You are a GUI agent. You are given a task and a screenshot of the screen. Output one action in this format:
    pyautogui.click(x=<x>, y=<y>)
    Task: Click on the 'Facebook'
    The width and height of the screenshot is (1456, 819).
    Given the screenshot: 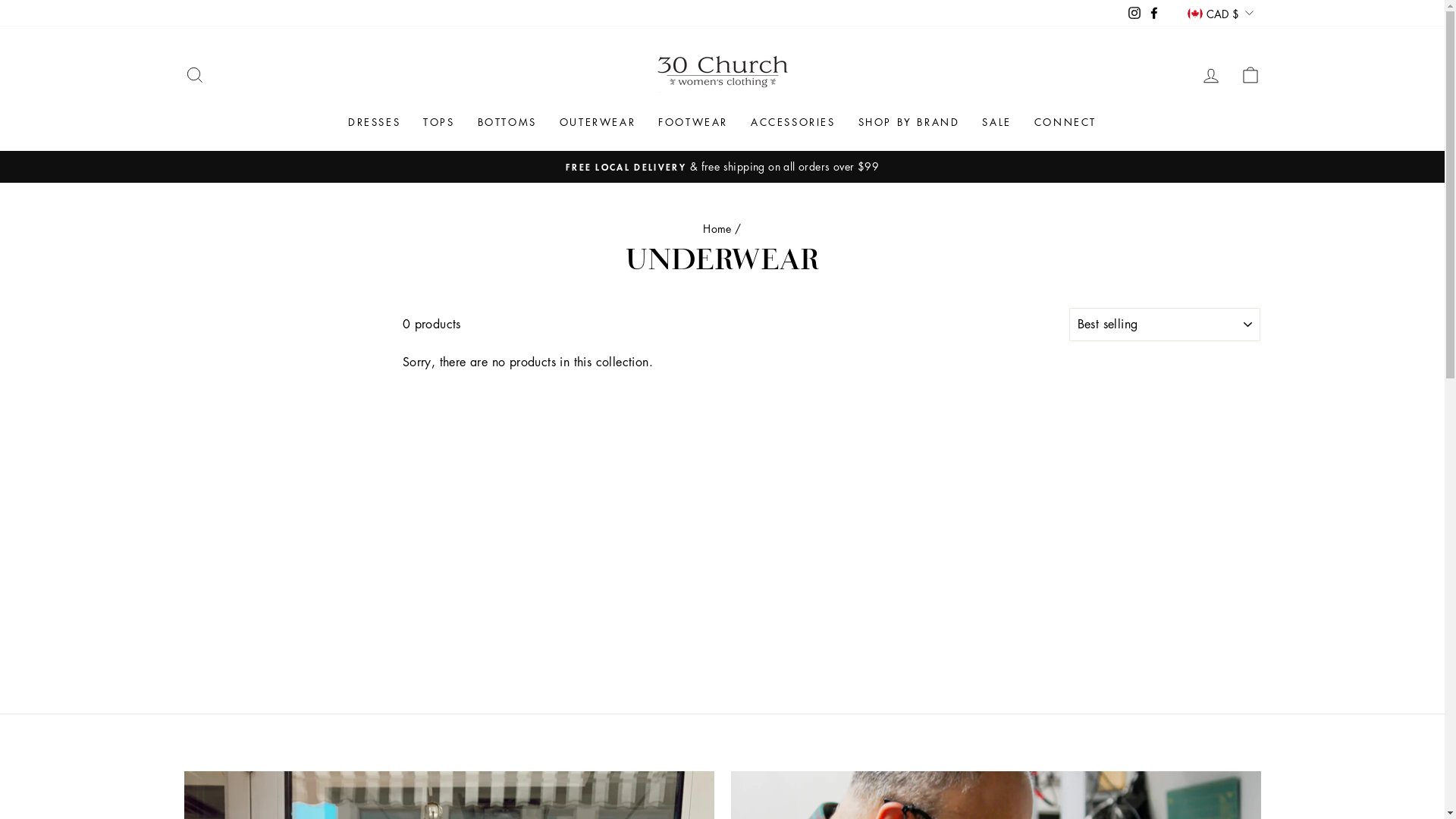 What is the action you would take?
    pyautogui.click(x=1153, y=12)
    